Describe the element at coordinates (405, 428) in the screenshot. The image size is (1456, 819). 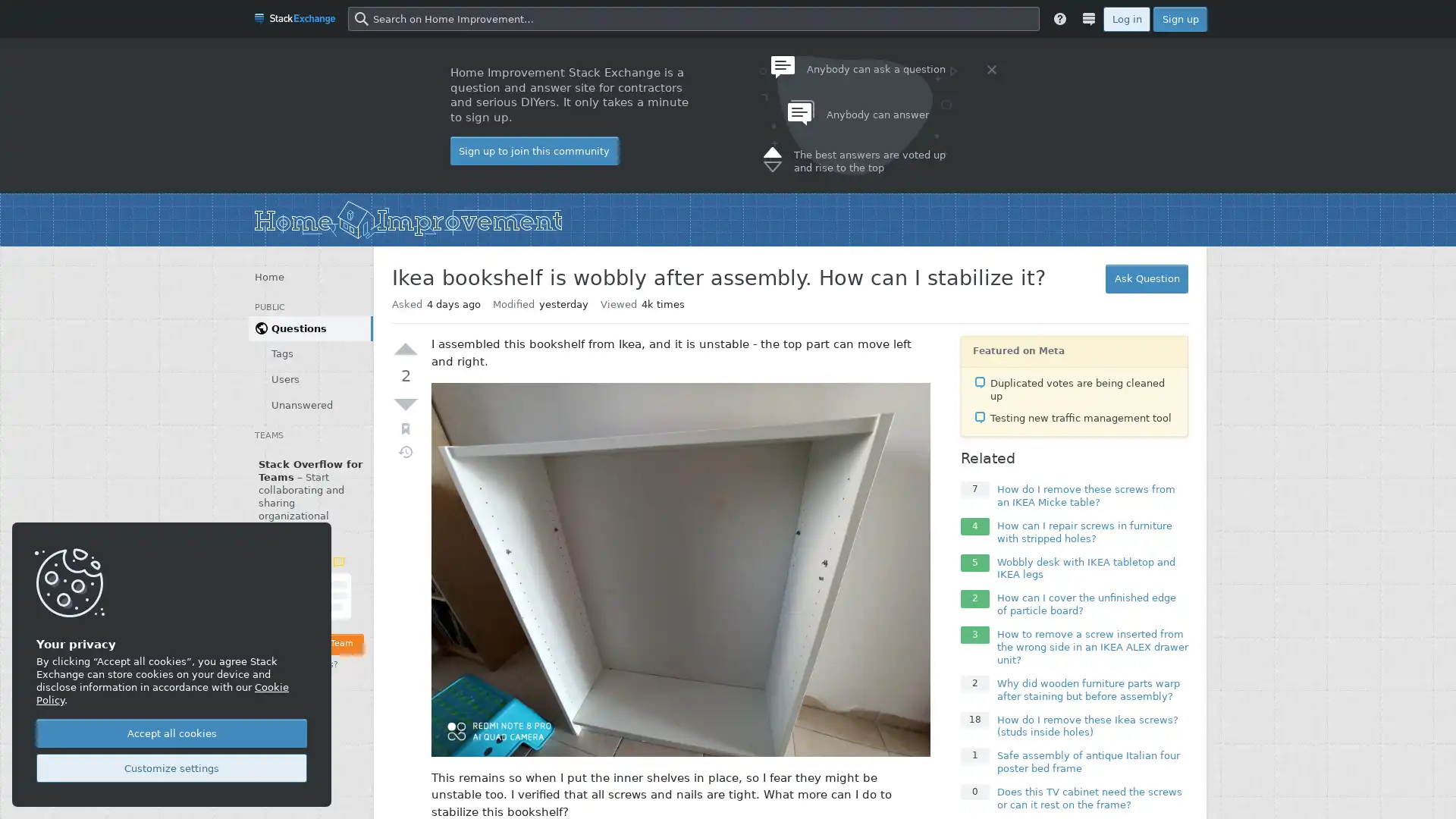
I see `Bookmark` at that location.